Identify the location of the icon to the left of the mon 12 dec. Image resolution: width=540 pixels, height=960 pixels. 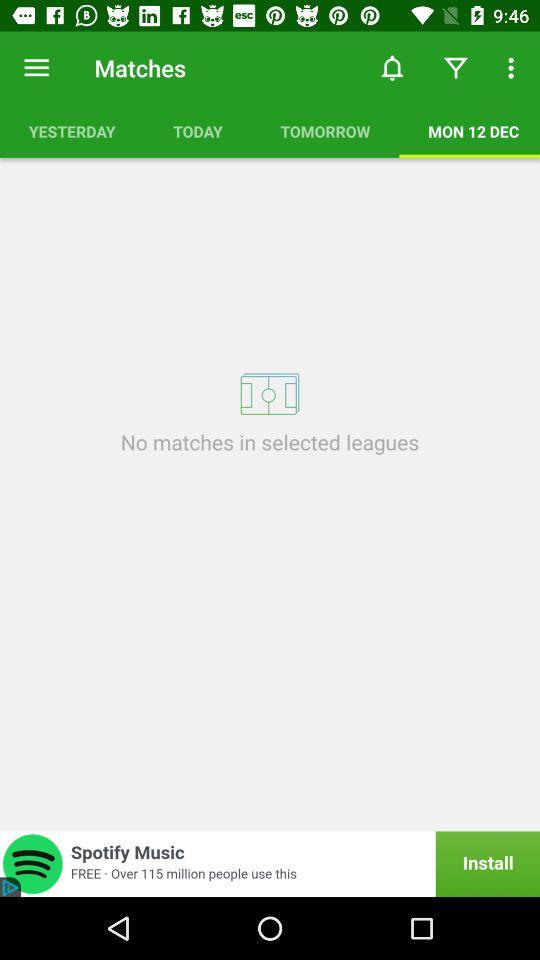
(325, 130).